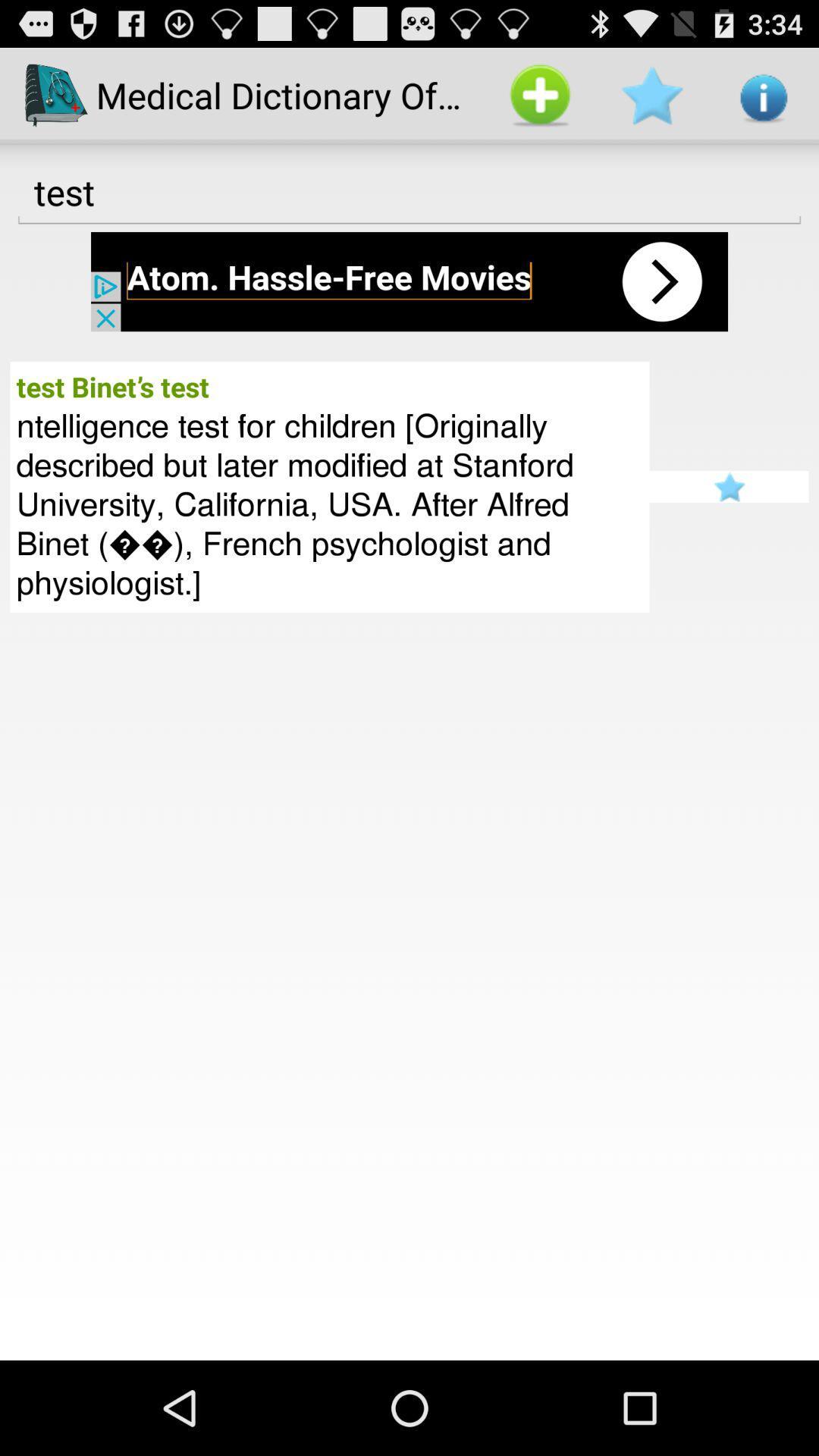 The width and height of the screenshot is (819, 1456). What do you see at coordinates (728, 487) in the screenshot?
I see `ratting` at bounding box center [728, 487].